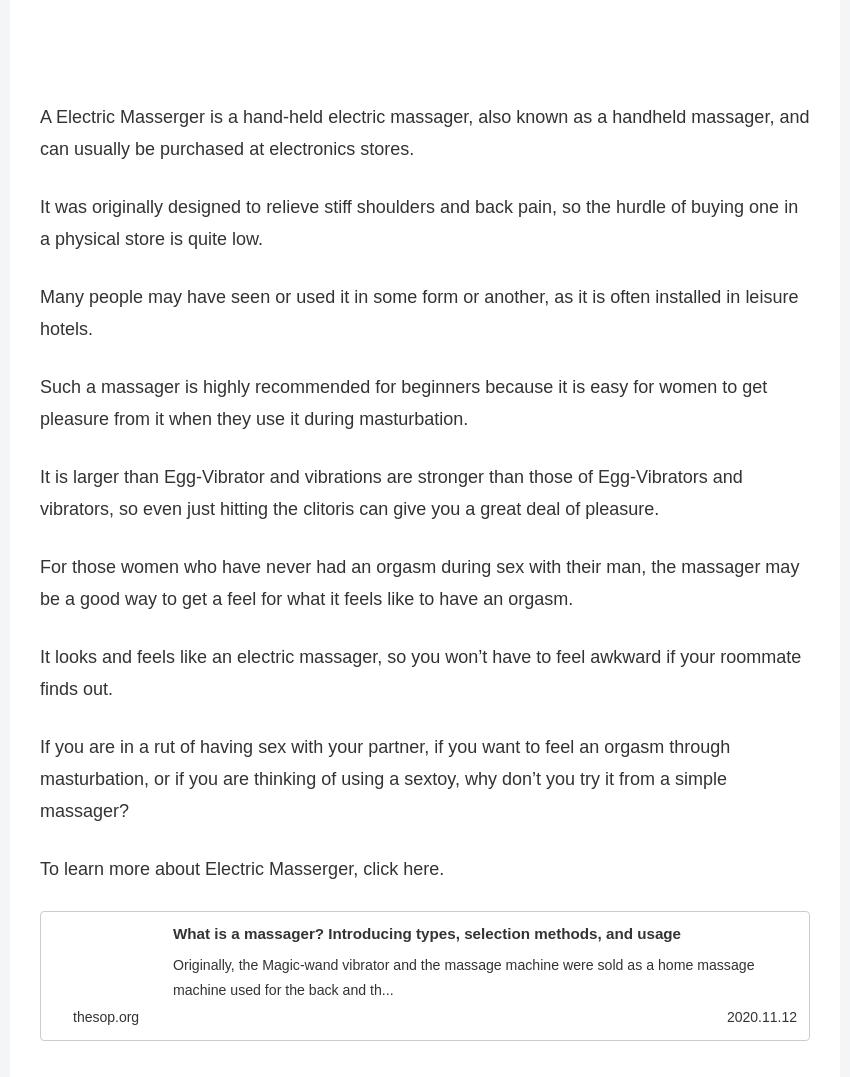 The height and width of the screenshot is (1077, 850). What do you see at coordinates (171, 985) in the screenshot?
I see `'Originally, the Magic-wand vibrator and the massage machine were sold as a home massage machine used for the back and th...'` at bounding box center [171, 985].